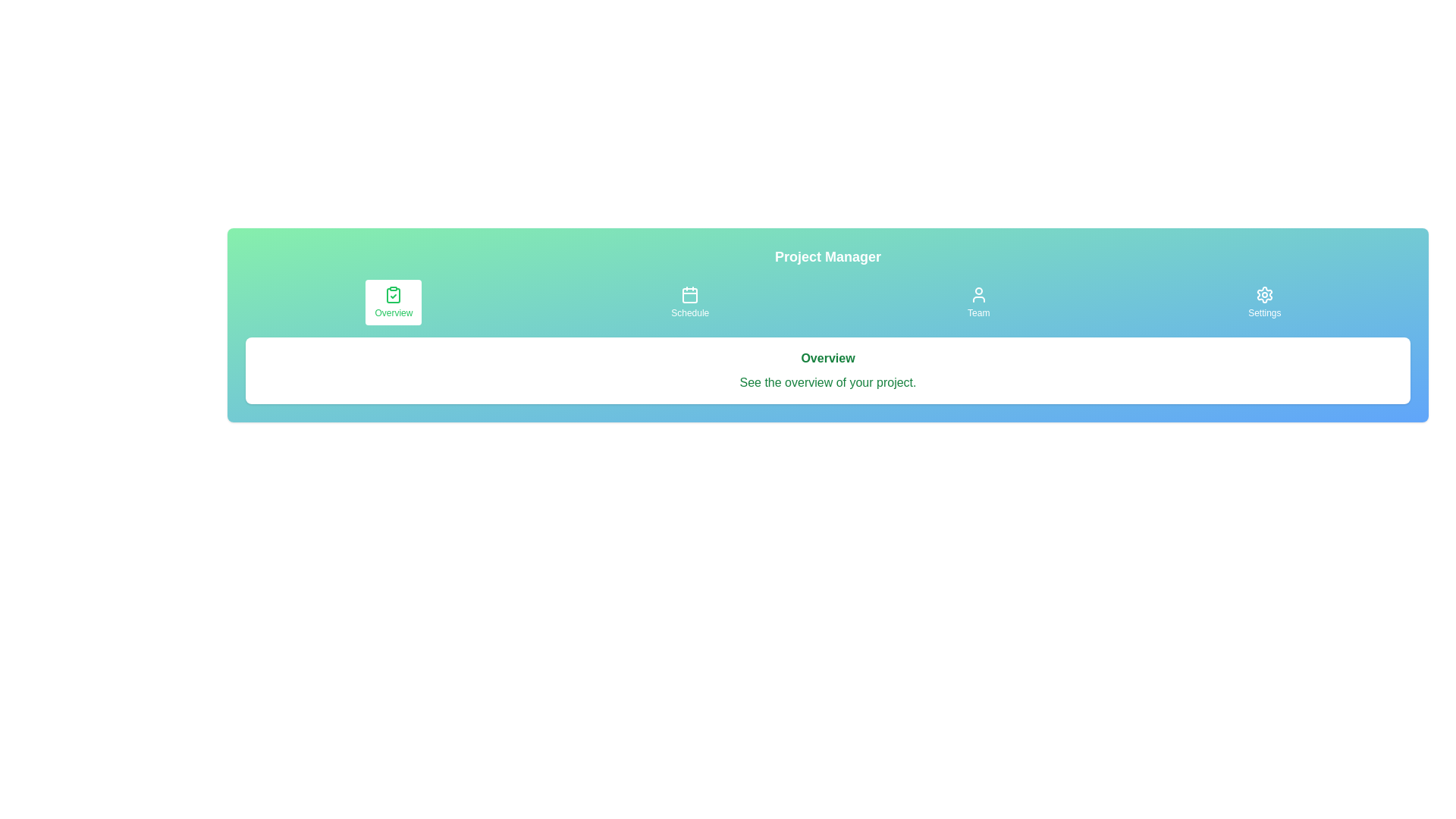  Describe the element at coordinates (394, 312) in the screenshot. I see `the navigation button labeled 'Overview'` at that location.